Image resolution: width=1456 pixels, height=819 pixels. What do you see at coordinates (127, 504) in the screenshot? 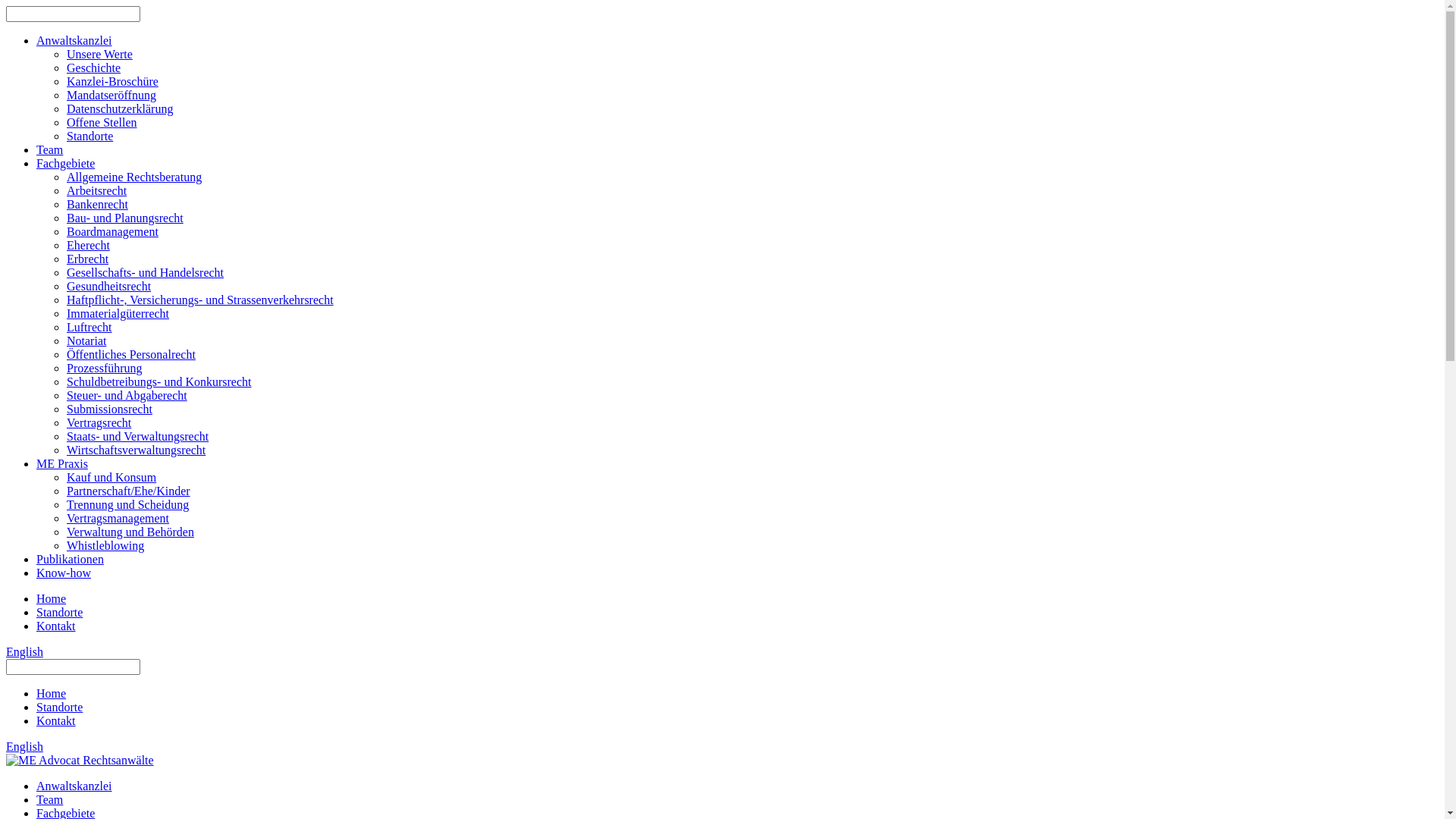
I see `'Trennung und Scheidung'` at bounding box center [127, 504].